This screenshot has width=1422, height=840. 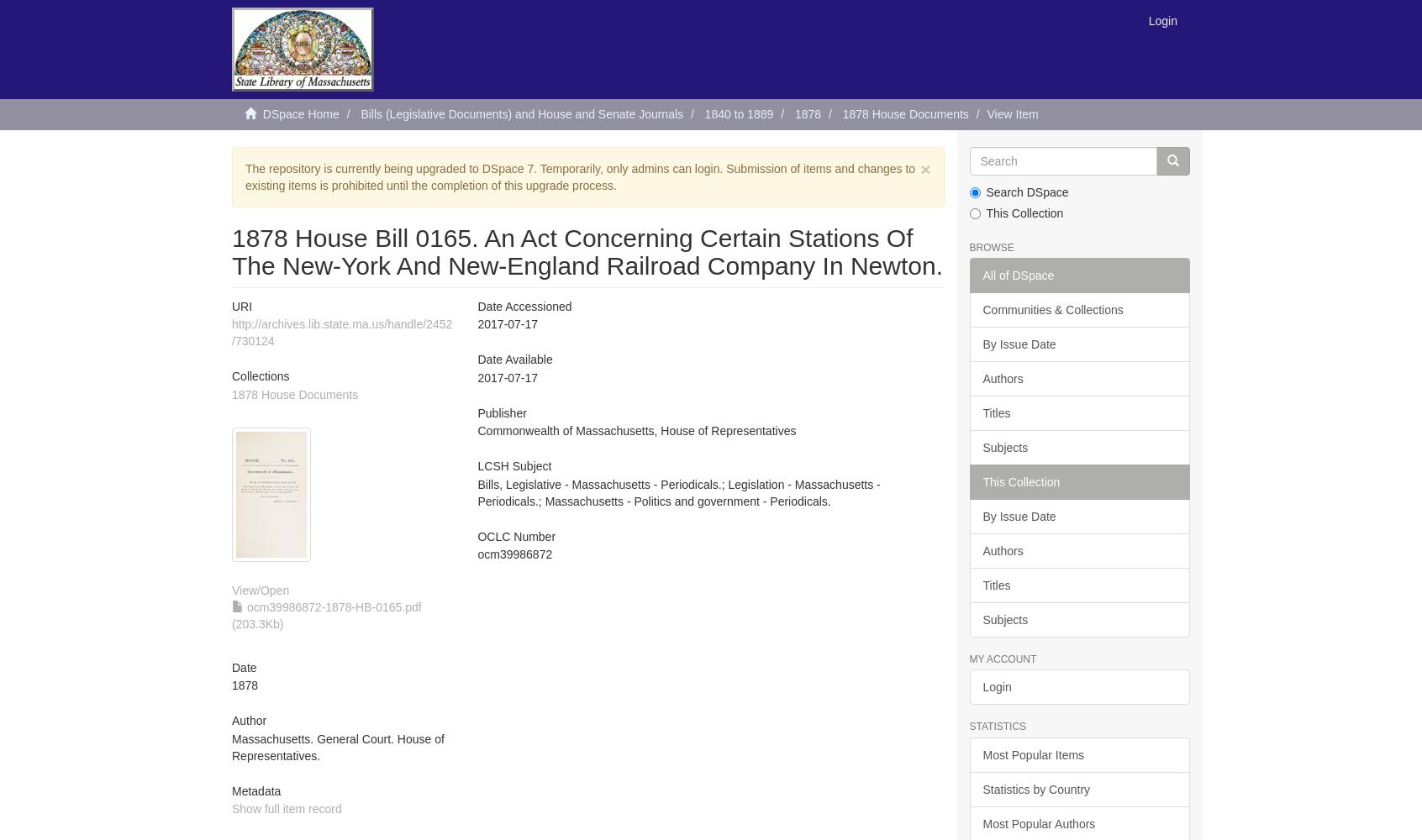 What do you see at coordinates (635, 431) in the screenshot?
I see `'Commonwealth of Massachusetts, House of Representatives'` at bounding box center [635, 431].